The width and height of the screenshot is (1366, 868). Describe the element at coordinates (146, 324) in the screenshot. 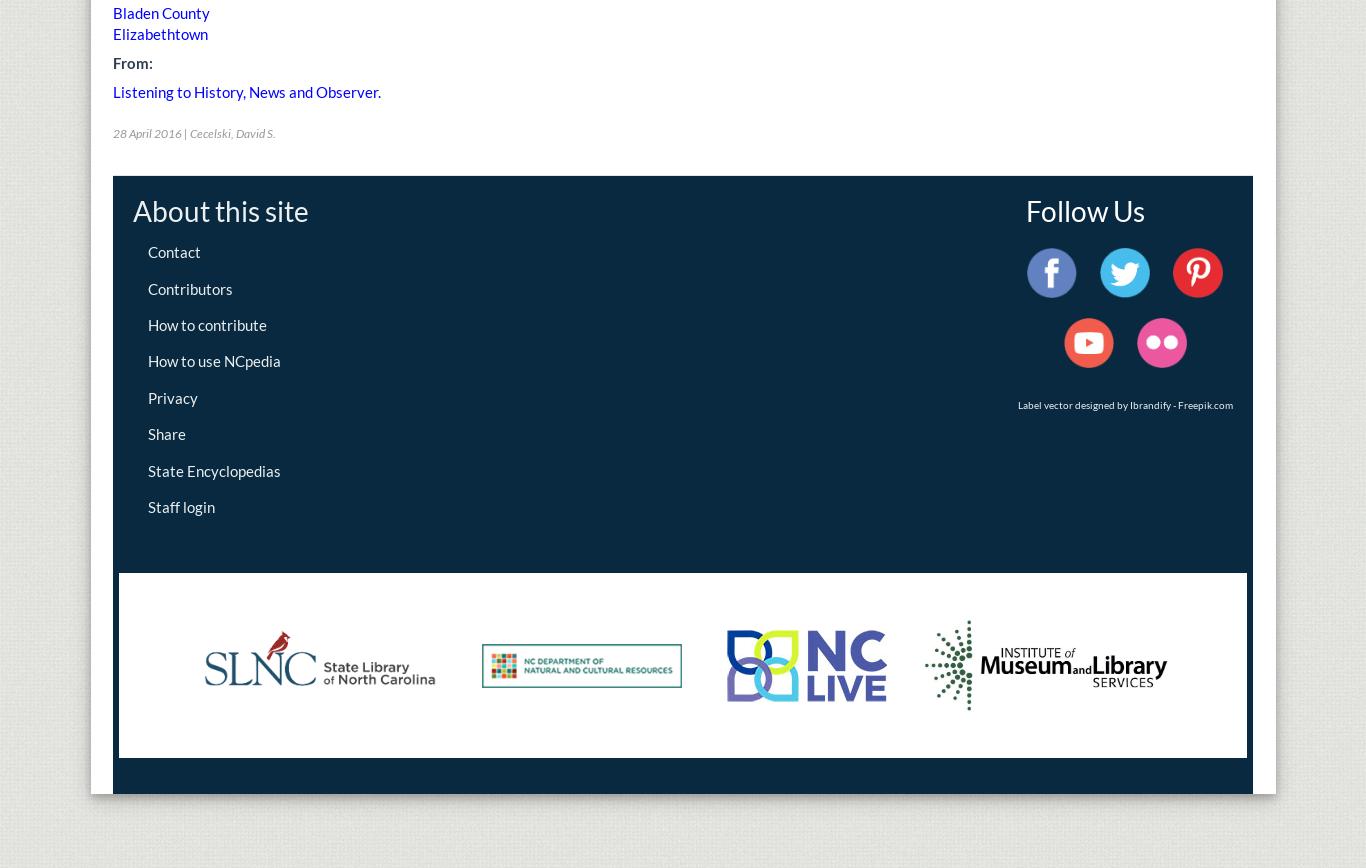

I see `'How to contribute'` at that location.